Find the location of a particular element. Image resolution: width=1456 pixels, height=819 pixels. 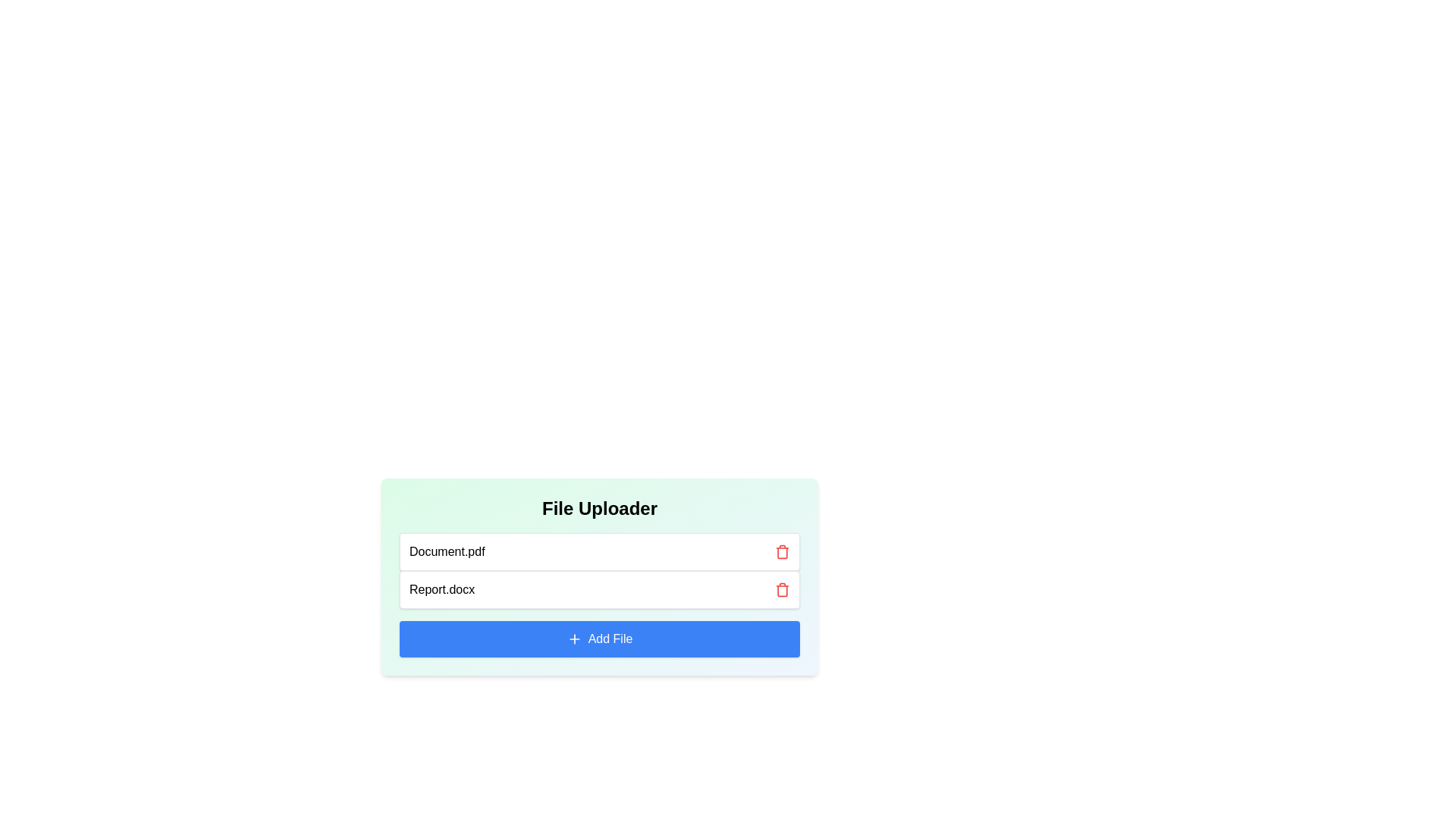

the text display element that represents the name of an uploaded file in the file management interface is located at coordinates (441, 589).